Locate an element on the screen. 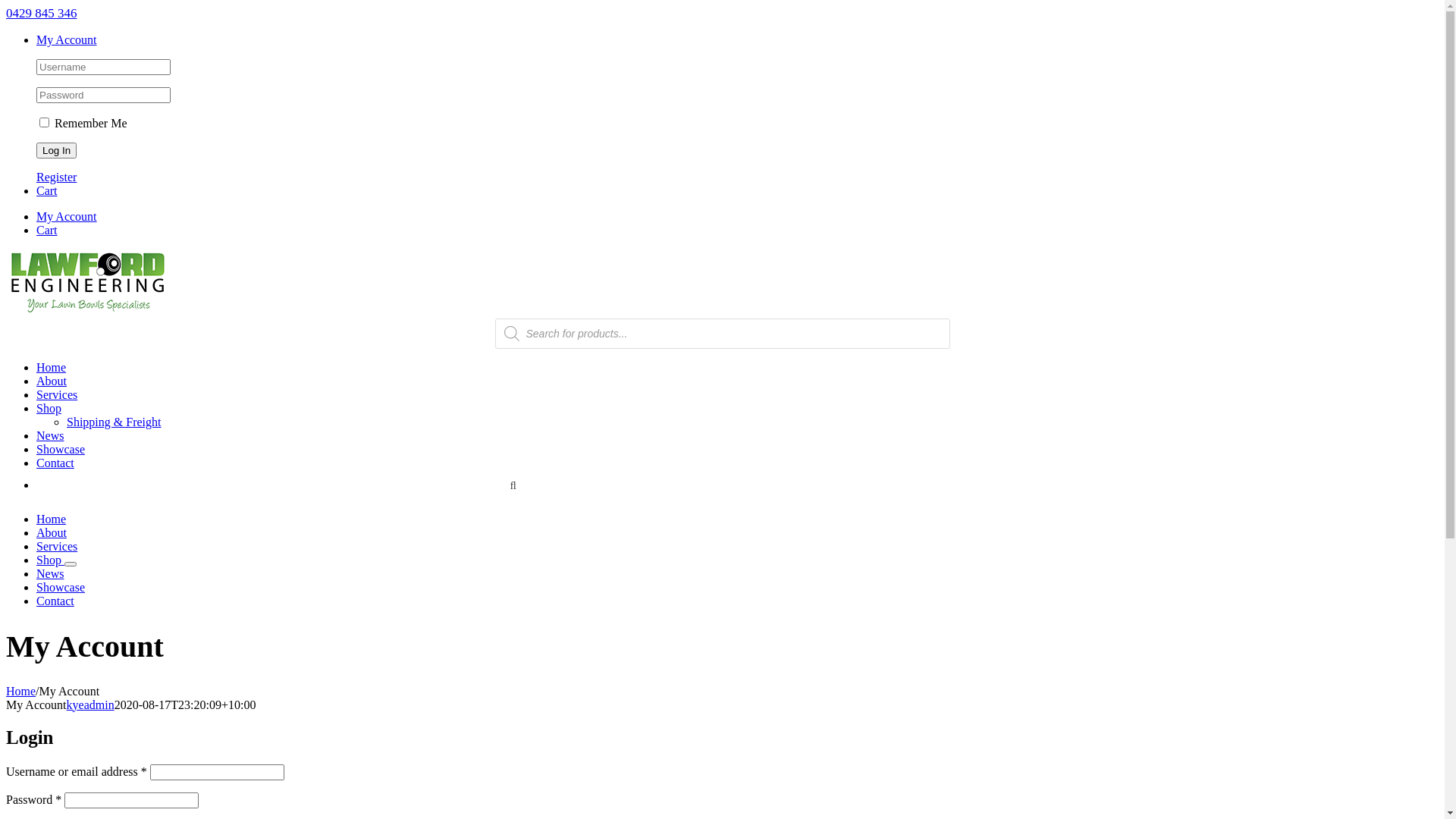 Image resolution: width=1456 pixels, height=819 pixels. 'Showcase' is located at coordinates (61, 448).